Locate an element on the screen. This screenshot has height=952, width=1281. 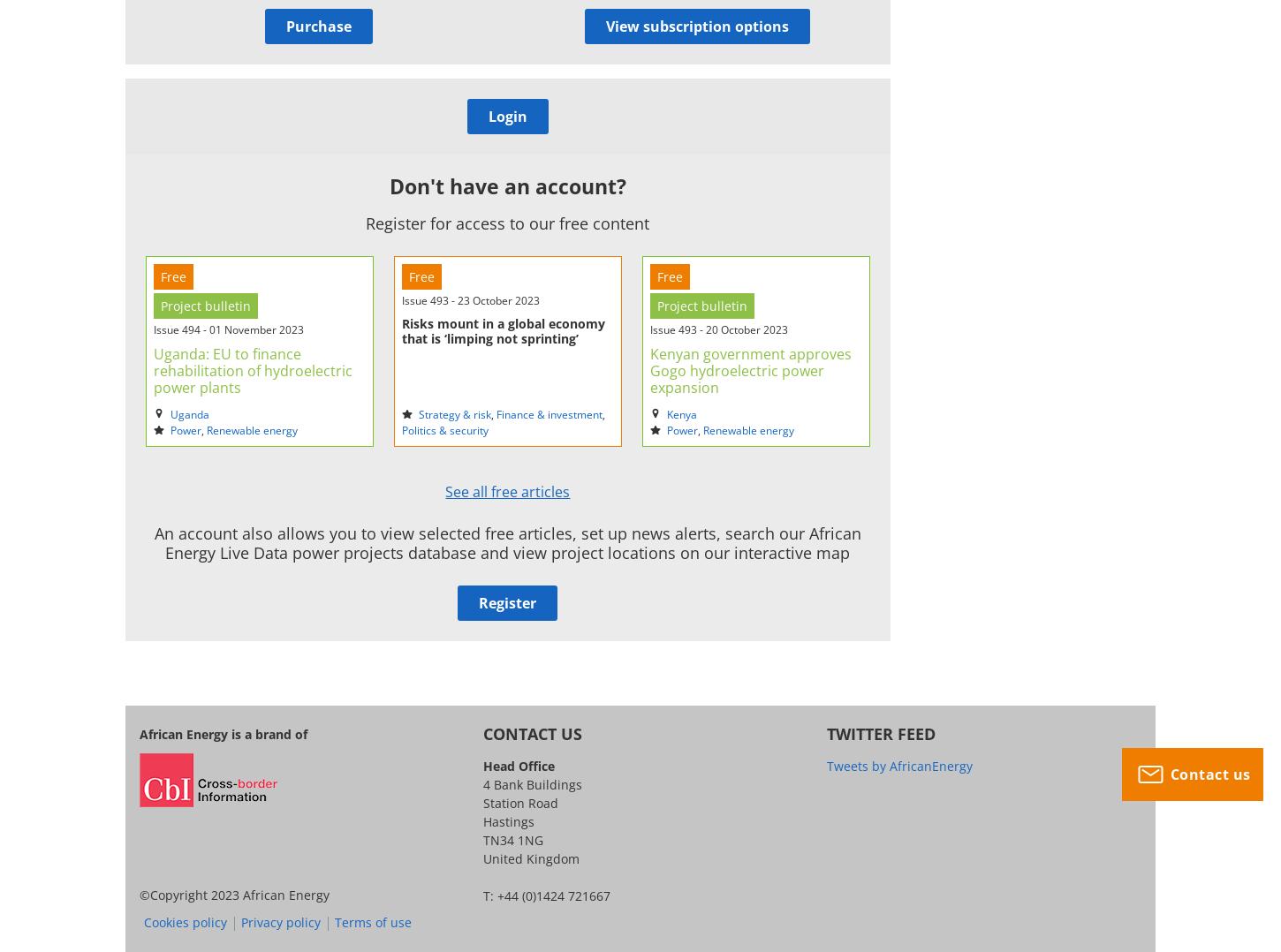
'Station Road' is located at coordinates (519, 802).